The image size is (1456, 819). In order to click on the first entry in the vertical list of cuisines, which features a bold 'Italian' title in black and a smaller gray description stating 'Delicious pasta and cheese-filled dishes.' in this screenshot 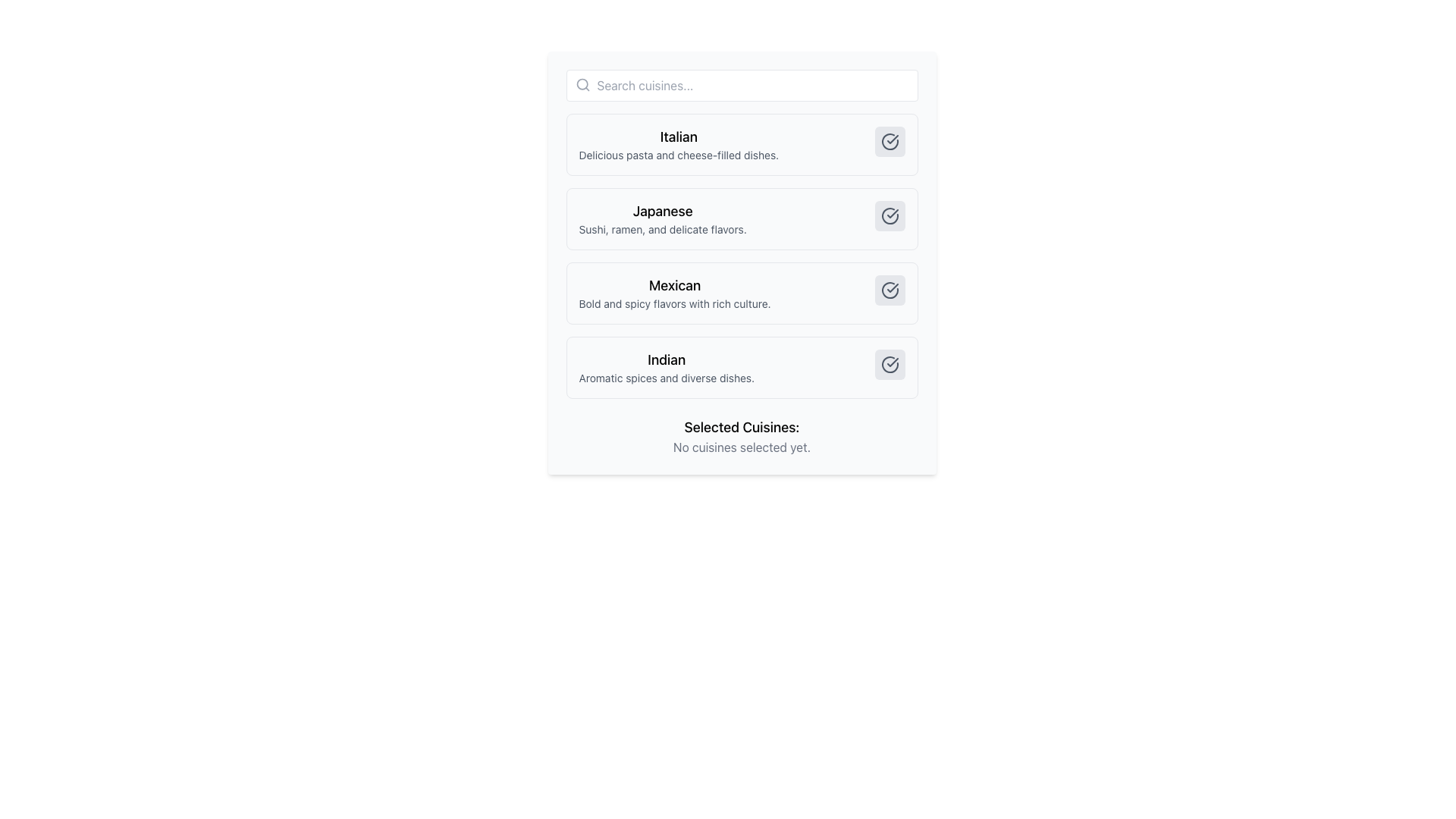, I will do `click(678, 145)`.